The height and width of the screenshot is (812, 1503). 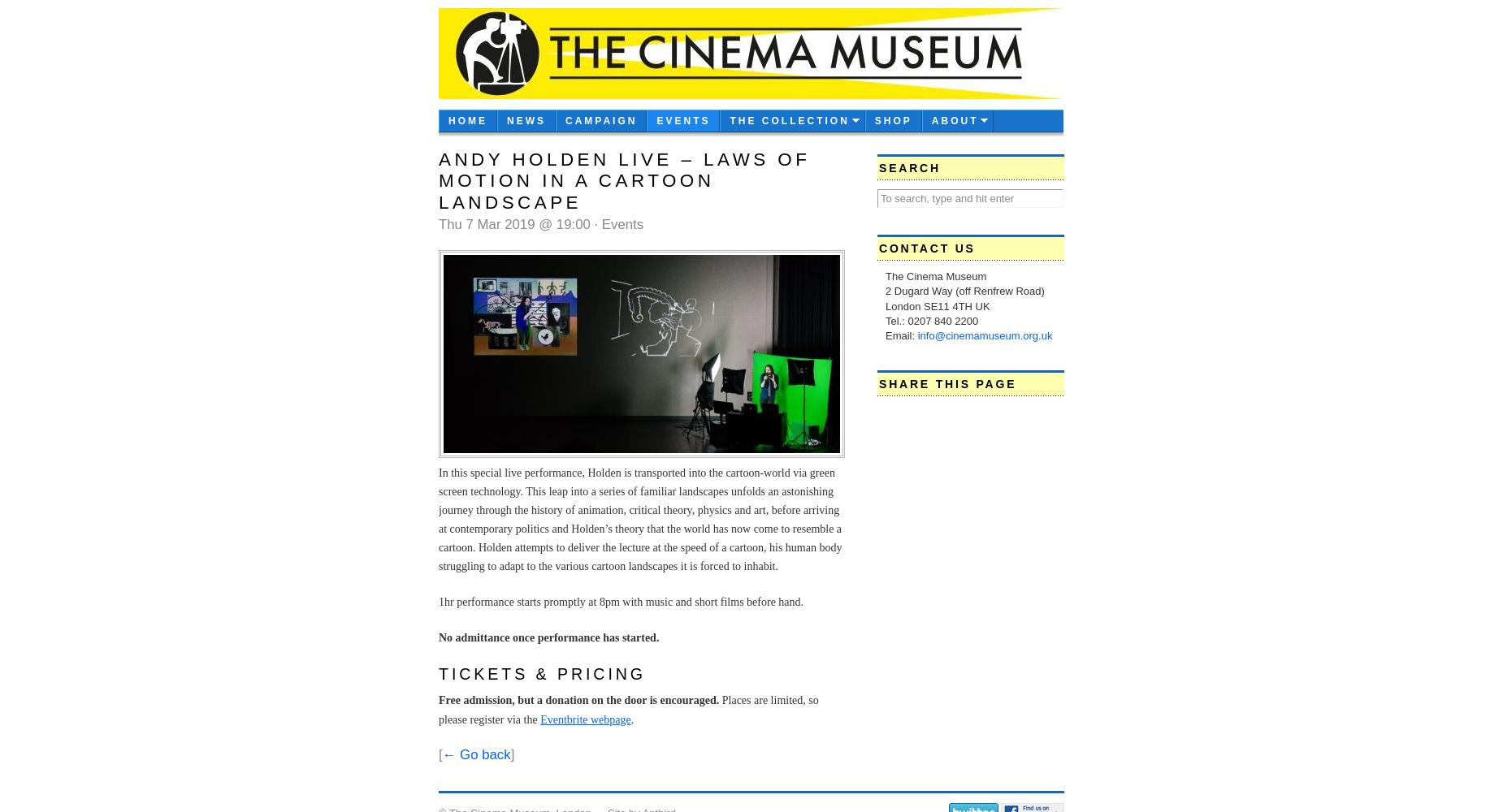 What do you see at coordinates (548, 637) in the screenshot?
I see `'No admittance once performance has started.'` at bounding box center [548, 637].